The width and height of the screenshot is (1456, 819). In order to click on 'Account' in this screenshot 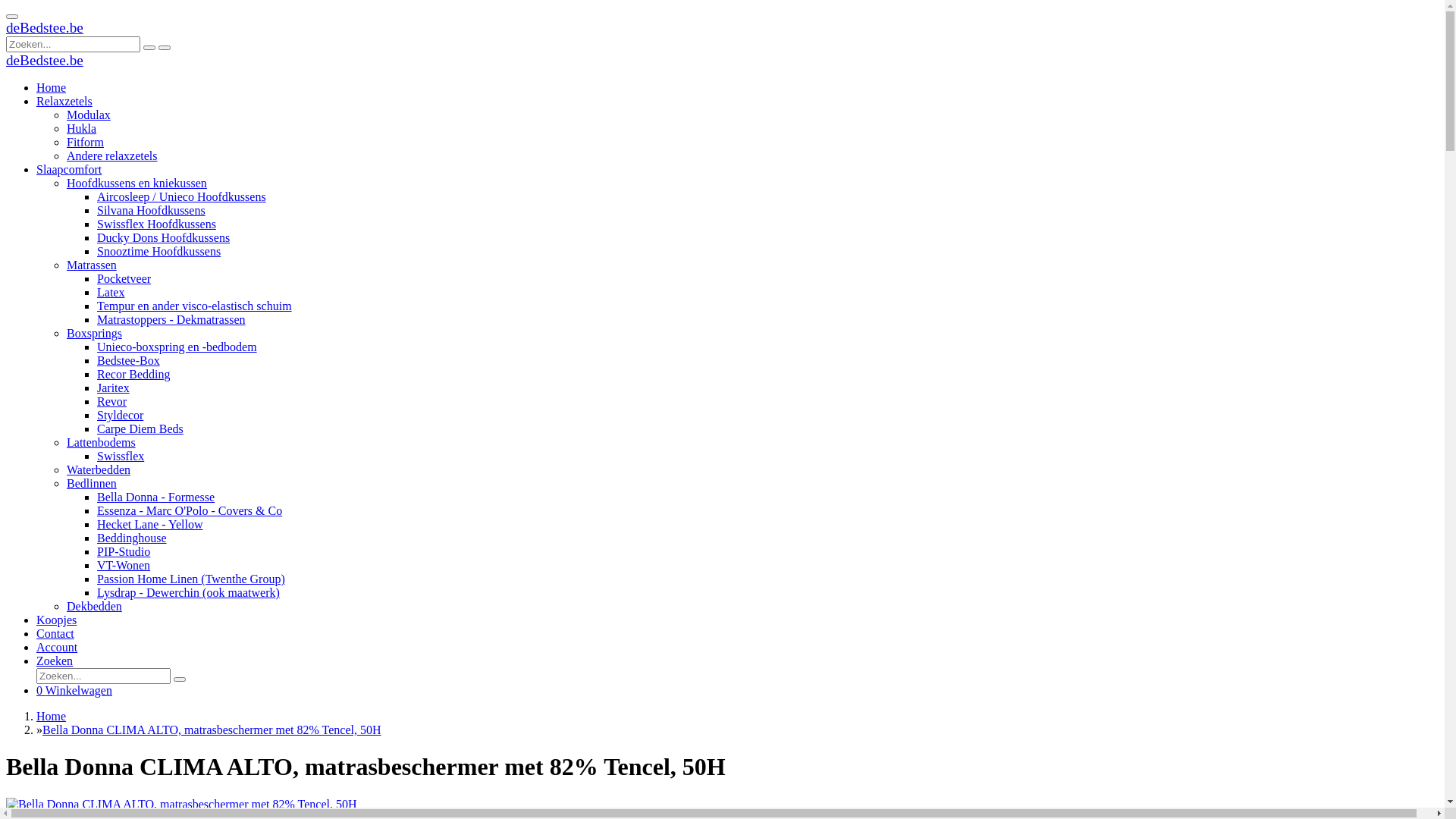, I will do `click(57, 647)`.